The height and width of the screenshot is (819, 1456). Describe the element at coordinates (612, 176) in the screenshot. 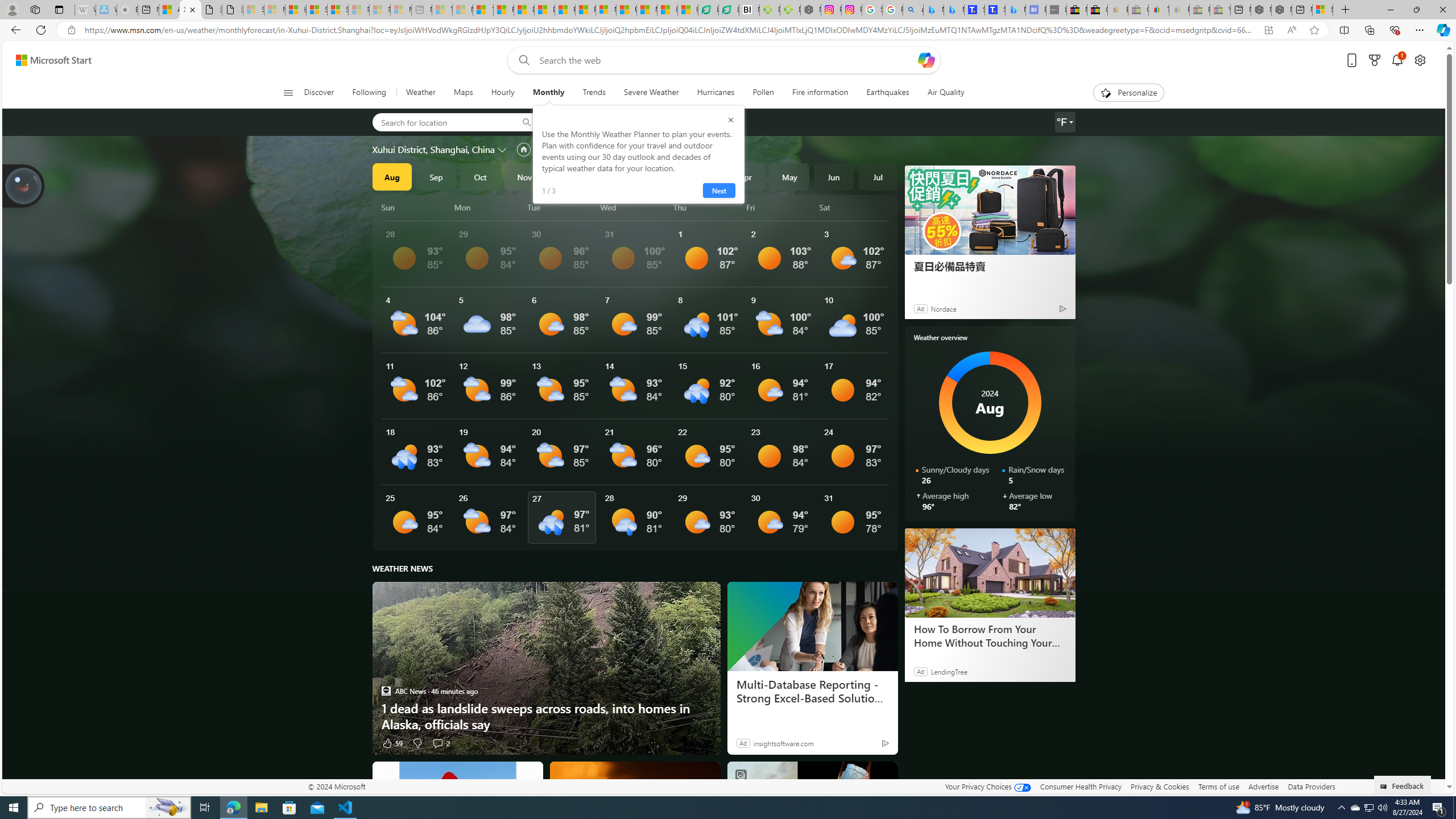

I see `'2025 Jan'` at that location.